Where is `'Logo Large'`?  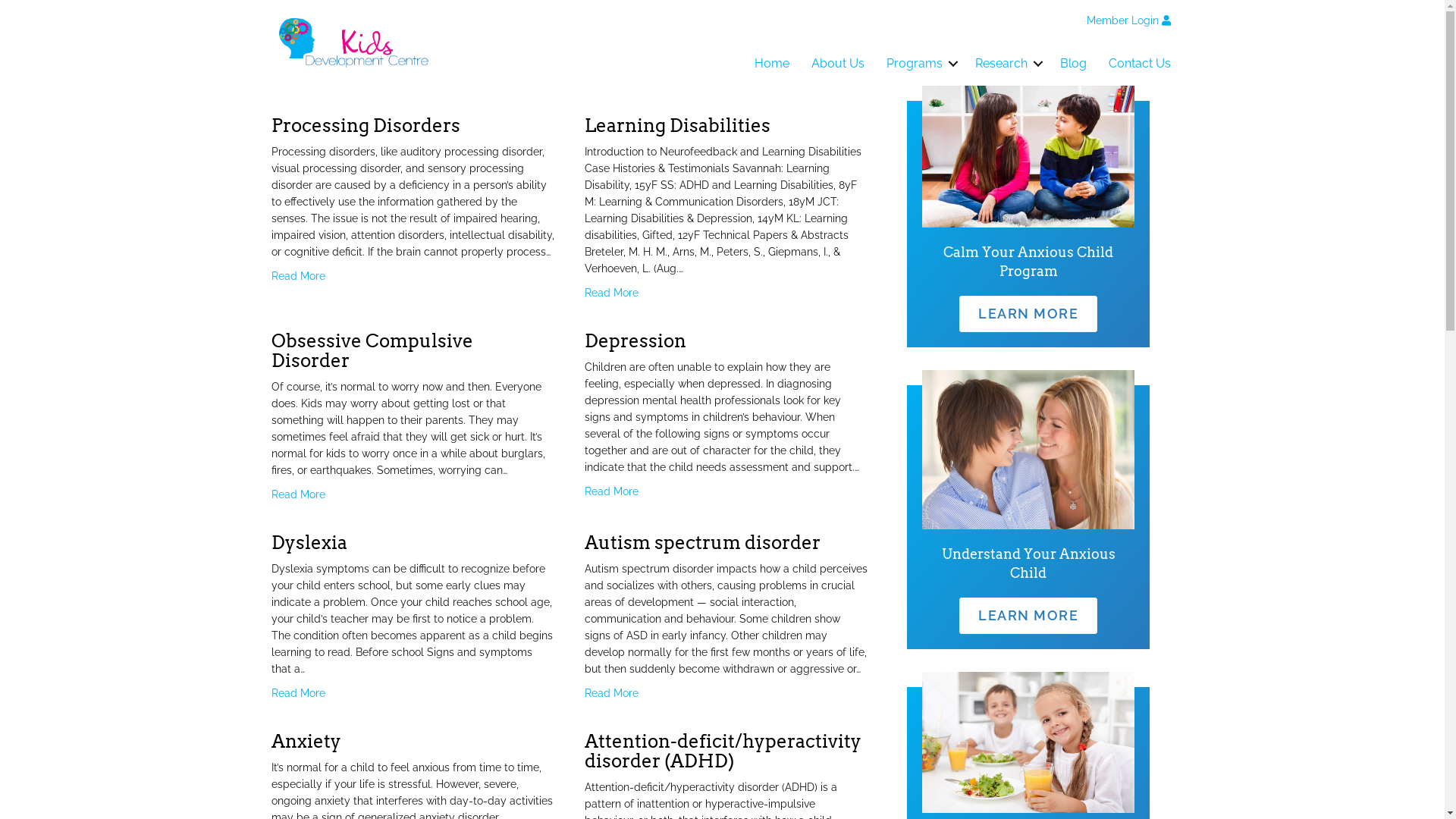
'Logo Large' is located at coordinates (353, 42).